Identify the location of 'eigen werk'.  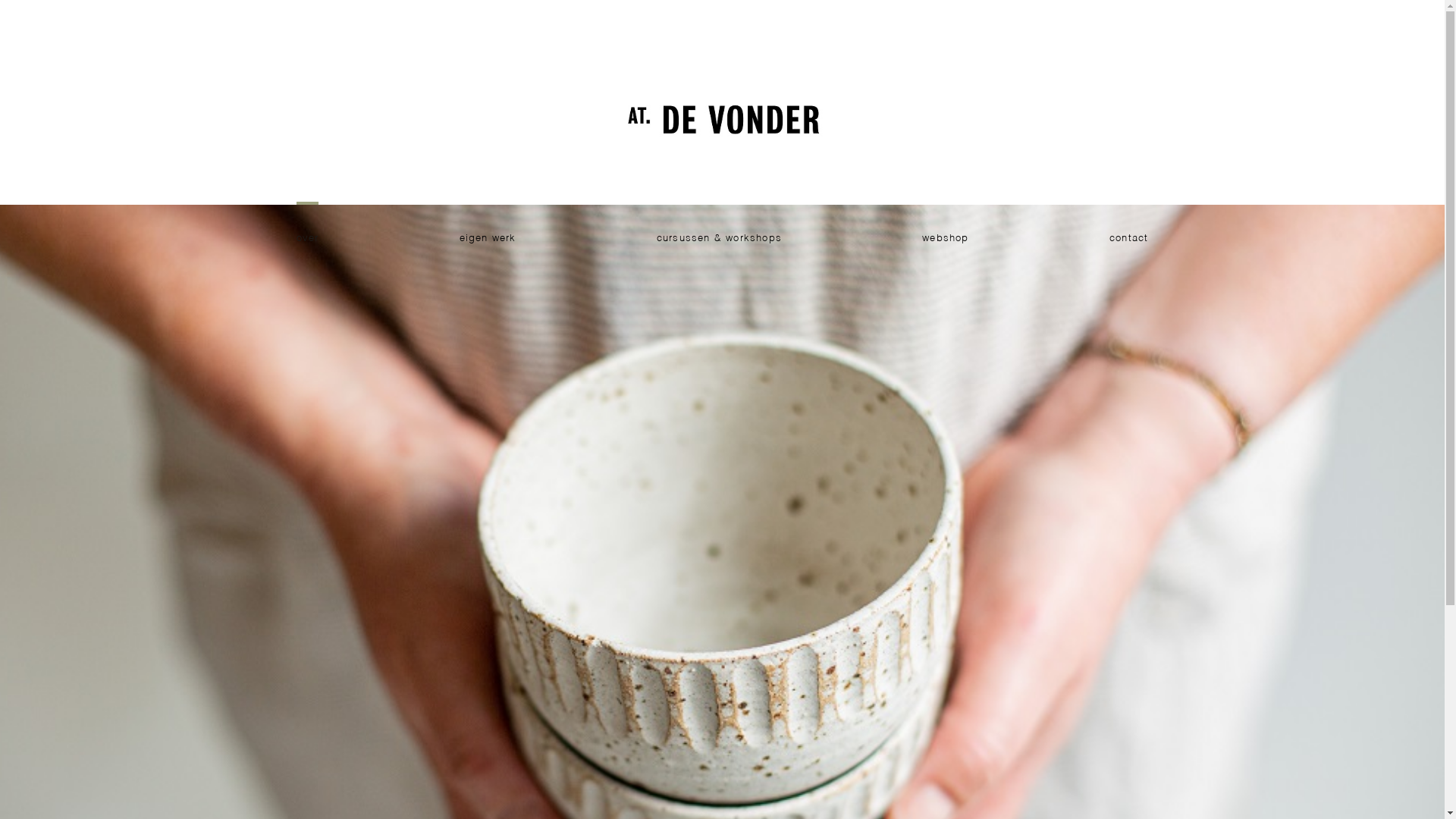
(488, 239).